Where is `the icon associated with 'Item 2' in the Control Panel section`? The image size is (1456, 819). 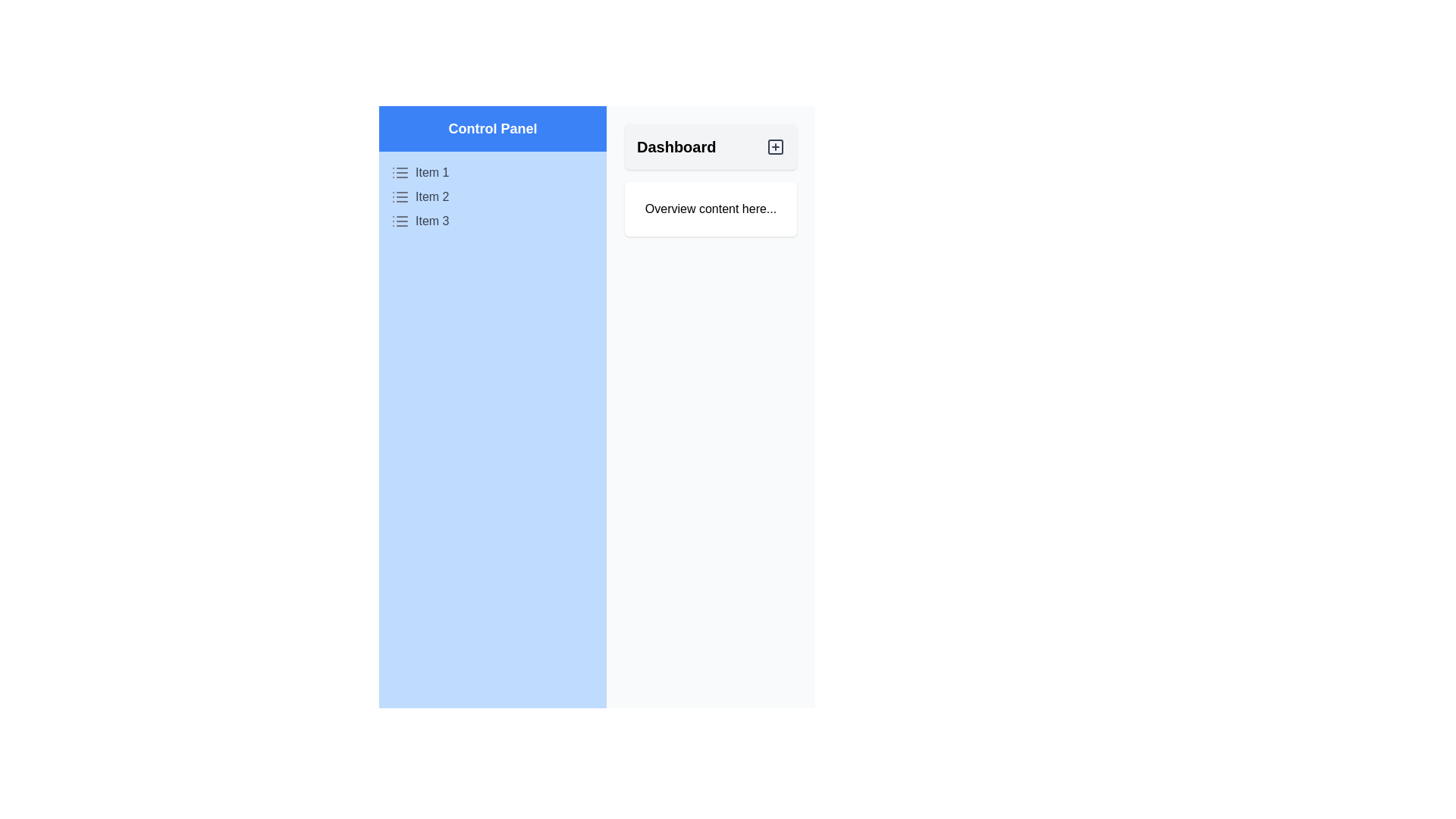
the icon associated with 'Item 2' in the Control Panel section is located at coordinates (400, 196).